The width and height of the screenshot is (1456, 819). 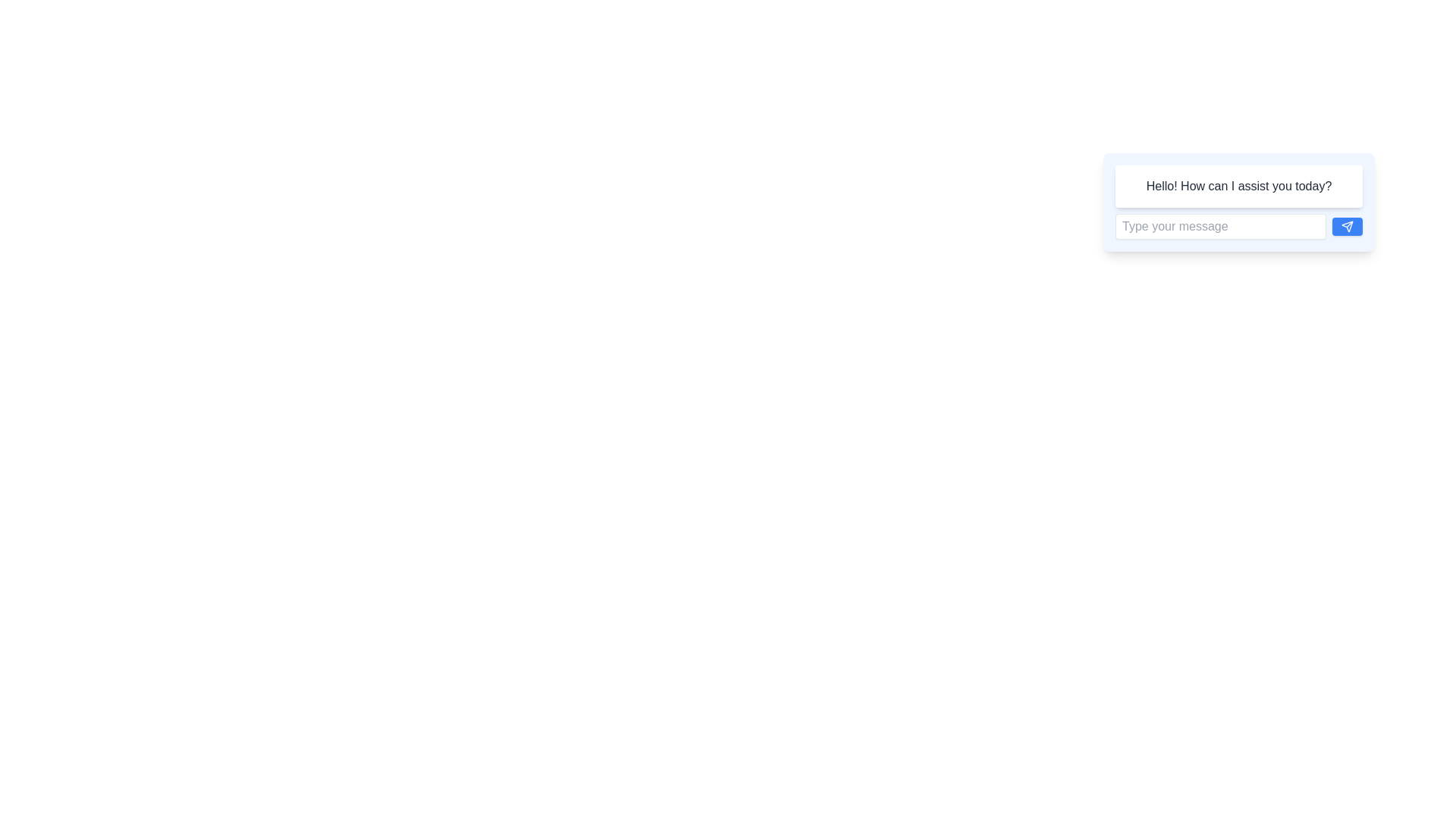 I want to click on welcoming message displayed on the greeting card, which is positioned at the top center of the messaging interface, above the text input field and send button, so click(x=1238, y=201).